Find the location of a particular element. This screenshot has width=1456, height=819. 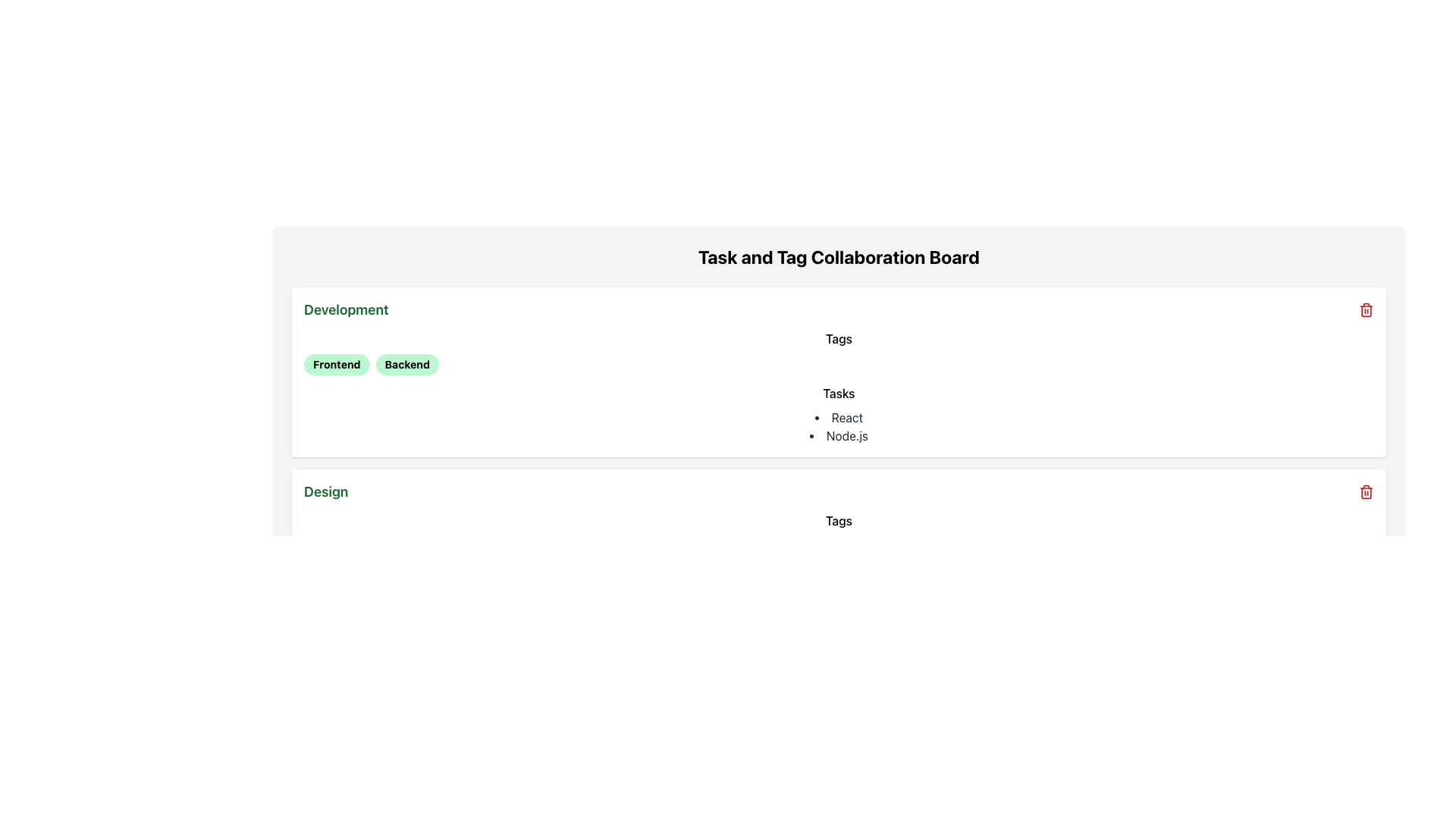

the red trash bin icon located on the far right of the 'Design' section is located at coordinates (1366, 491).